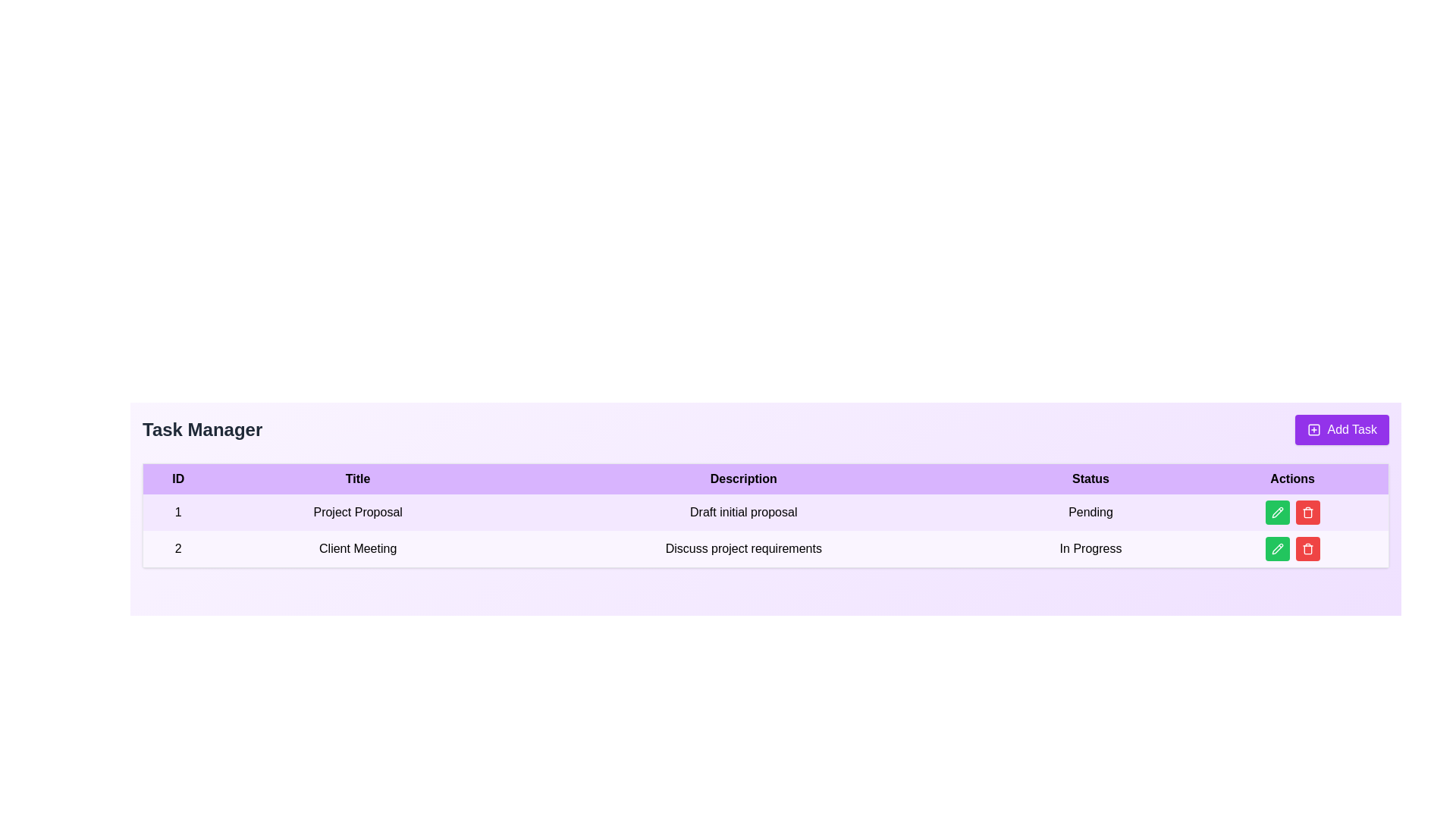 The image size is (1456, 819). Describe the element at coordinates (1090, 512) in the screenshot. I see `text label displaying 'Pending' in the 'Status' column of the table for the row labeled '1' with title 'Project Proposal'` at that location.